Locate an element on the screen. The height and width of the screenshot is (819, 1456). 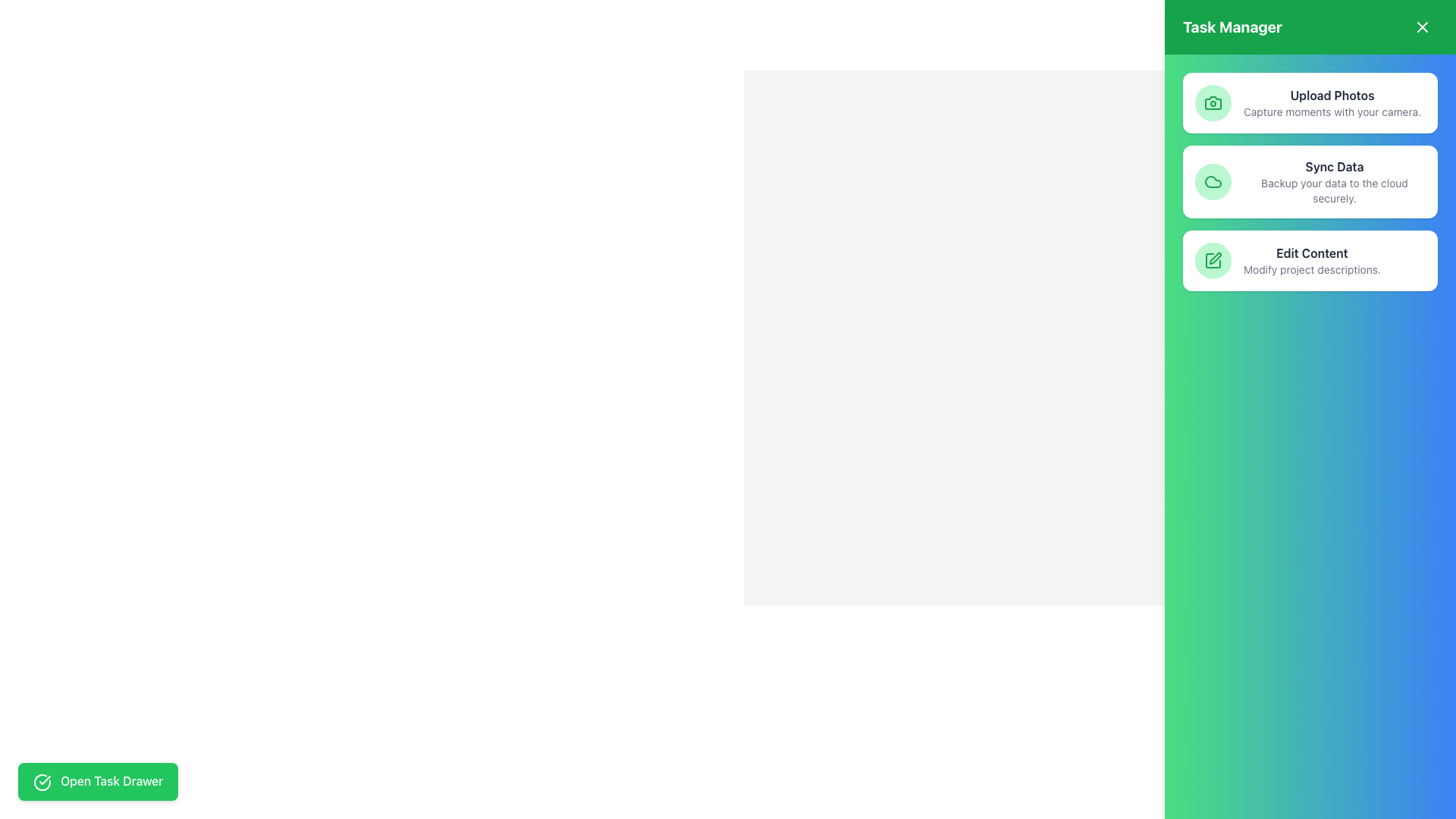
text label titled 'Modify project descriptions' located in the third section of the 'Task Manager' panel is located at coordinates (1311, 253).